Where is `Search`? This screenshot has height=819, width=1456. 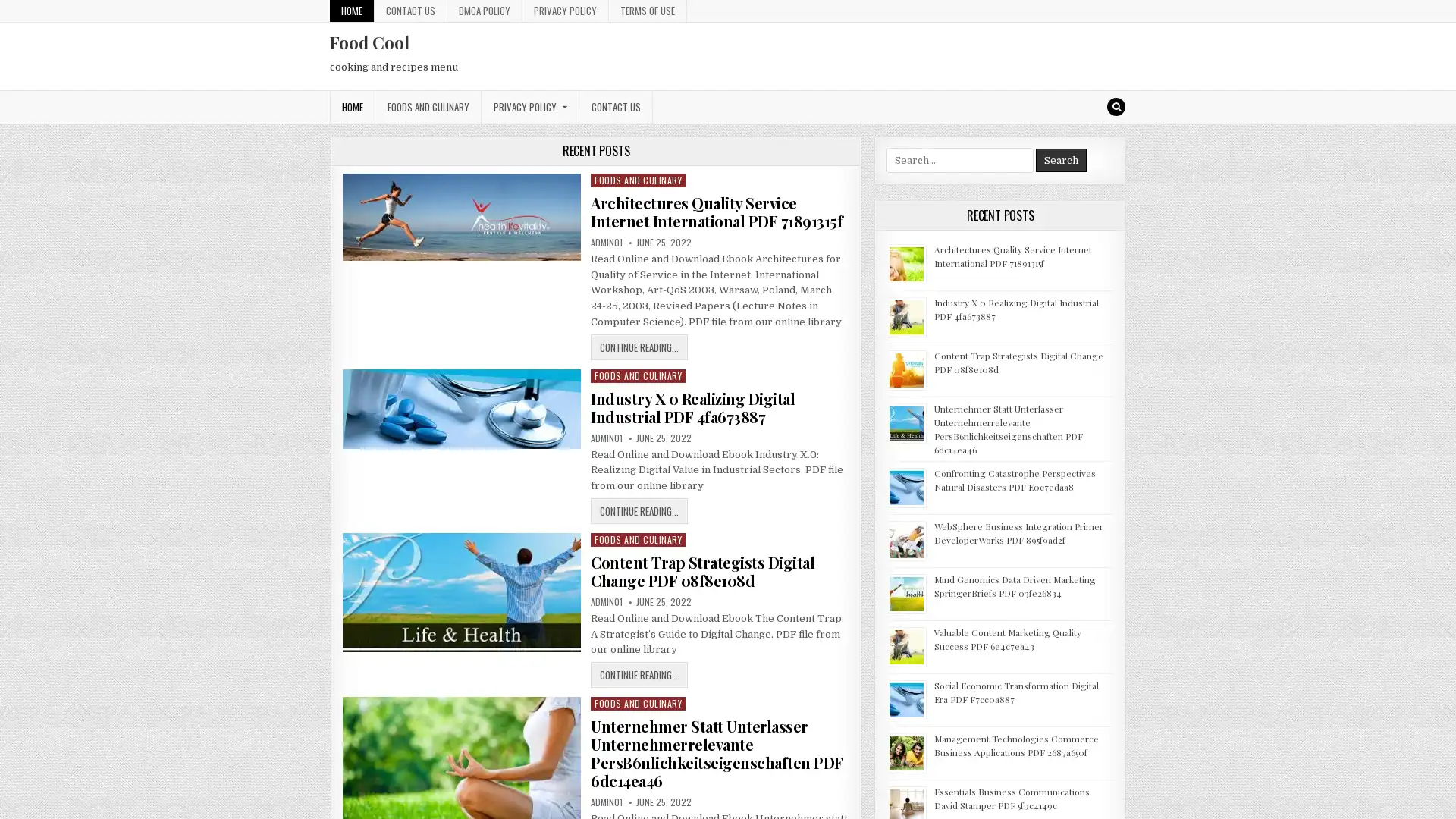 Search is located at coordinates (1060, 160).